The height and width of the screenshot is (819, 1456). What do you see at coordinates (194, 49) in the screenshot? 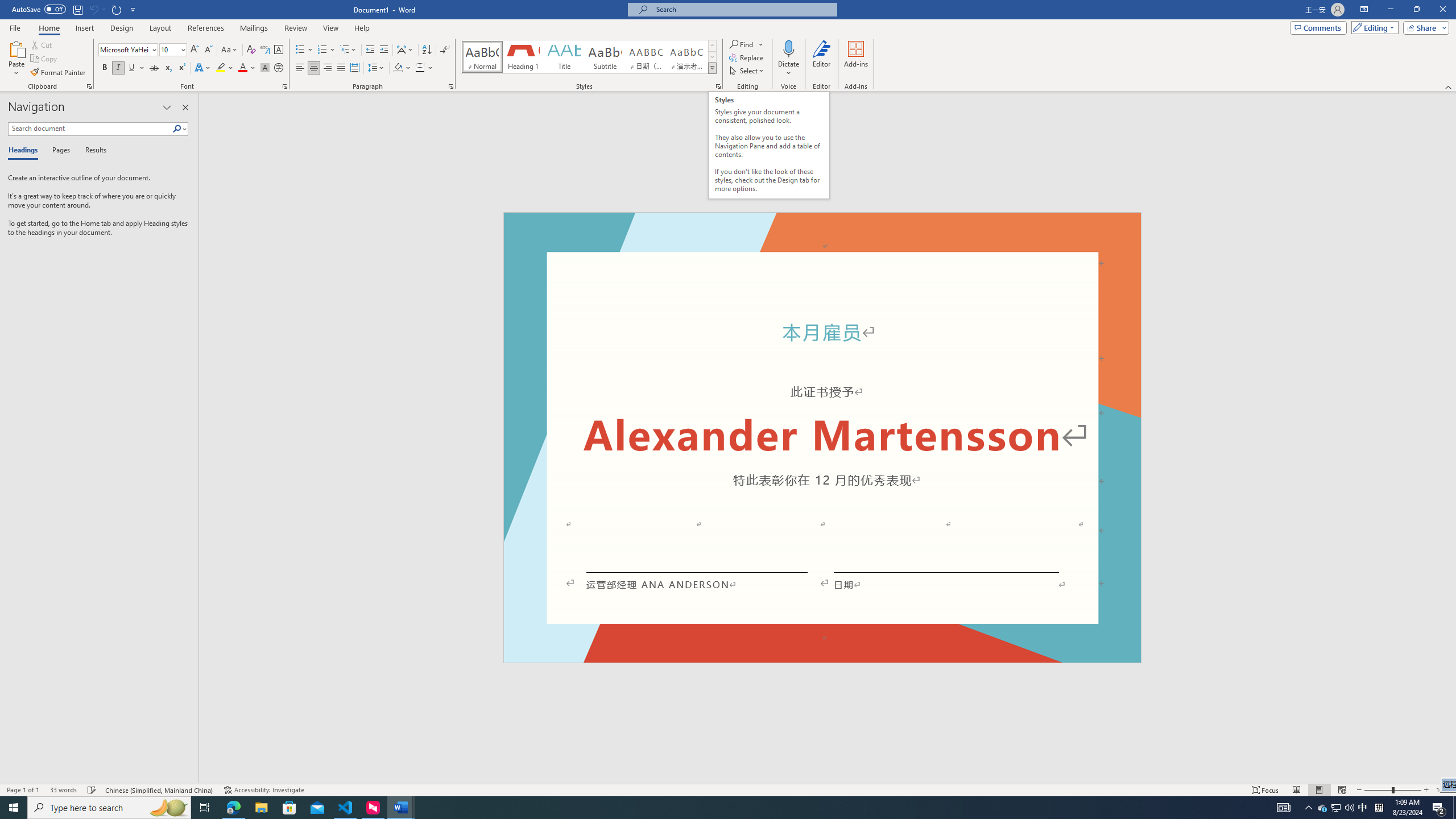
I see `'Grow Font'` at bounding box center [194, 49].